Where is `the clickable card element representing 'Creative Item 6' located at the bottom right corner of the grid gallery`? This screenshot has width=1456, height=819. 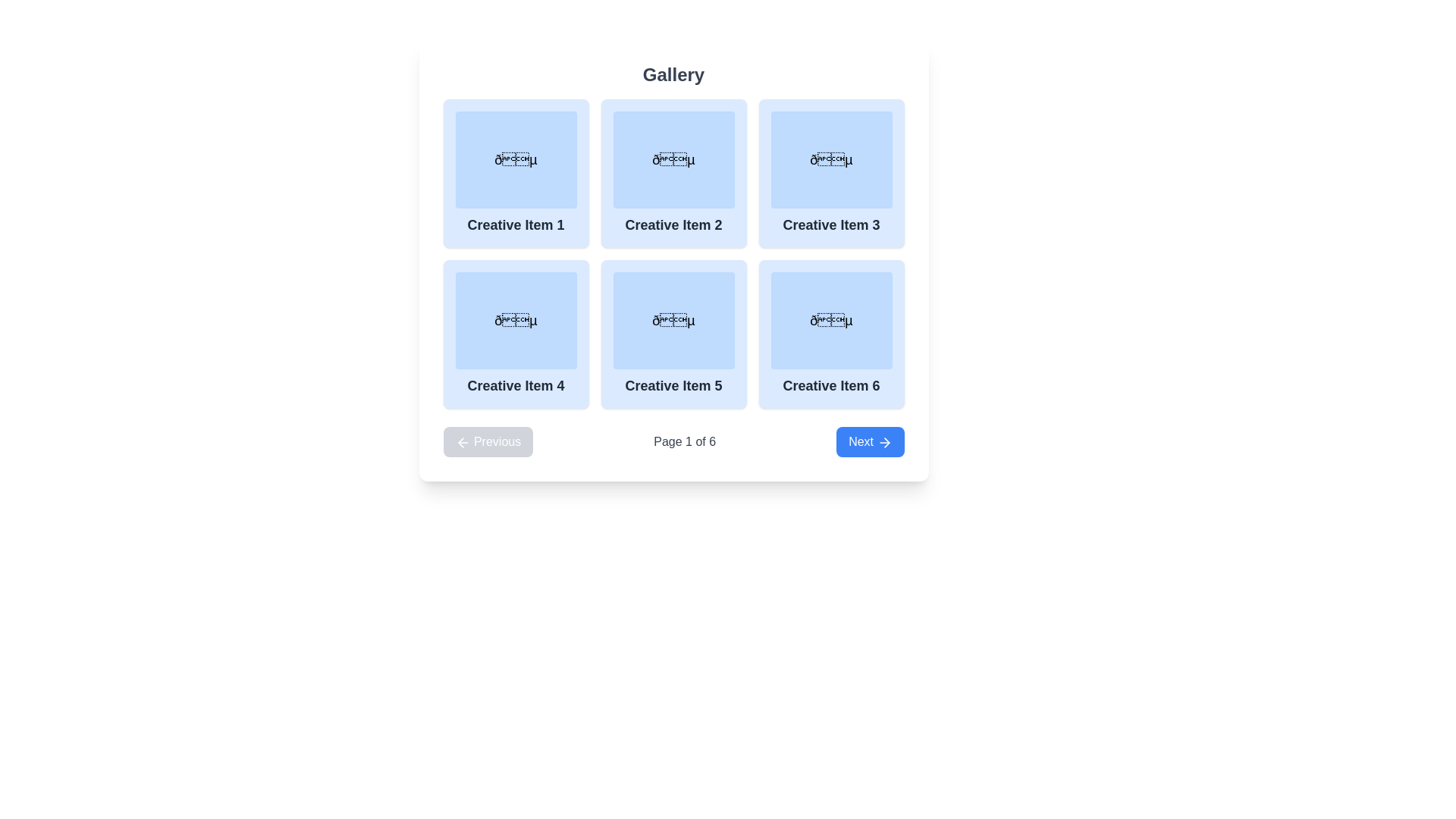 the clickable card element representing 'Creative Item 6' located at the bottom right corner of the grid gallery is located at coordinates (830, 333).